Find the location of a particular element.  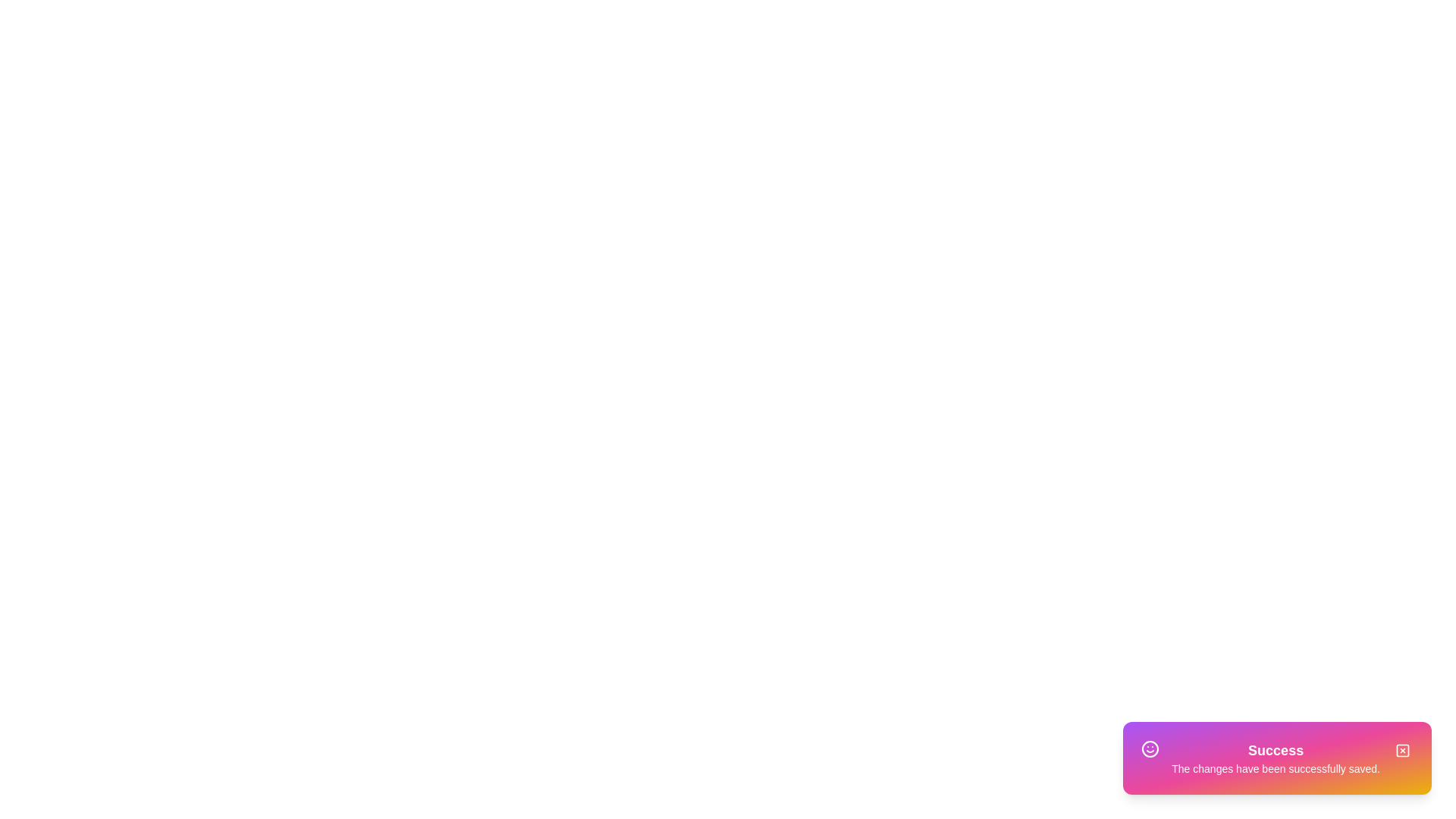

close button to dismiss the snackbar is located at coordinates (1401, 751).